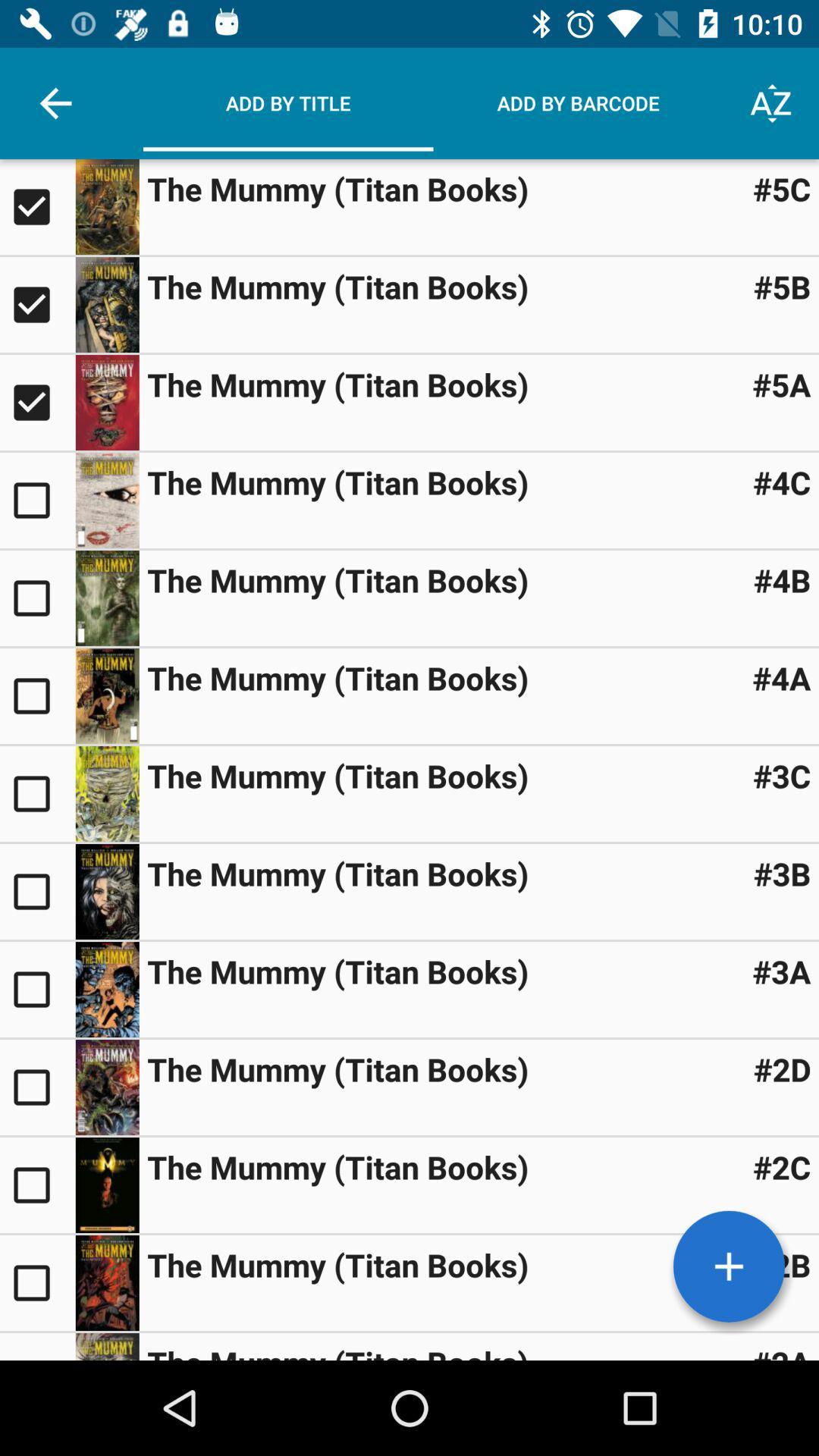 This screenshot has width=819, height=1456. Describe the element at coordinates (36, 500) in the screenshot. I see `comic to collection` at that location.